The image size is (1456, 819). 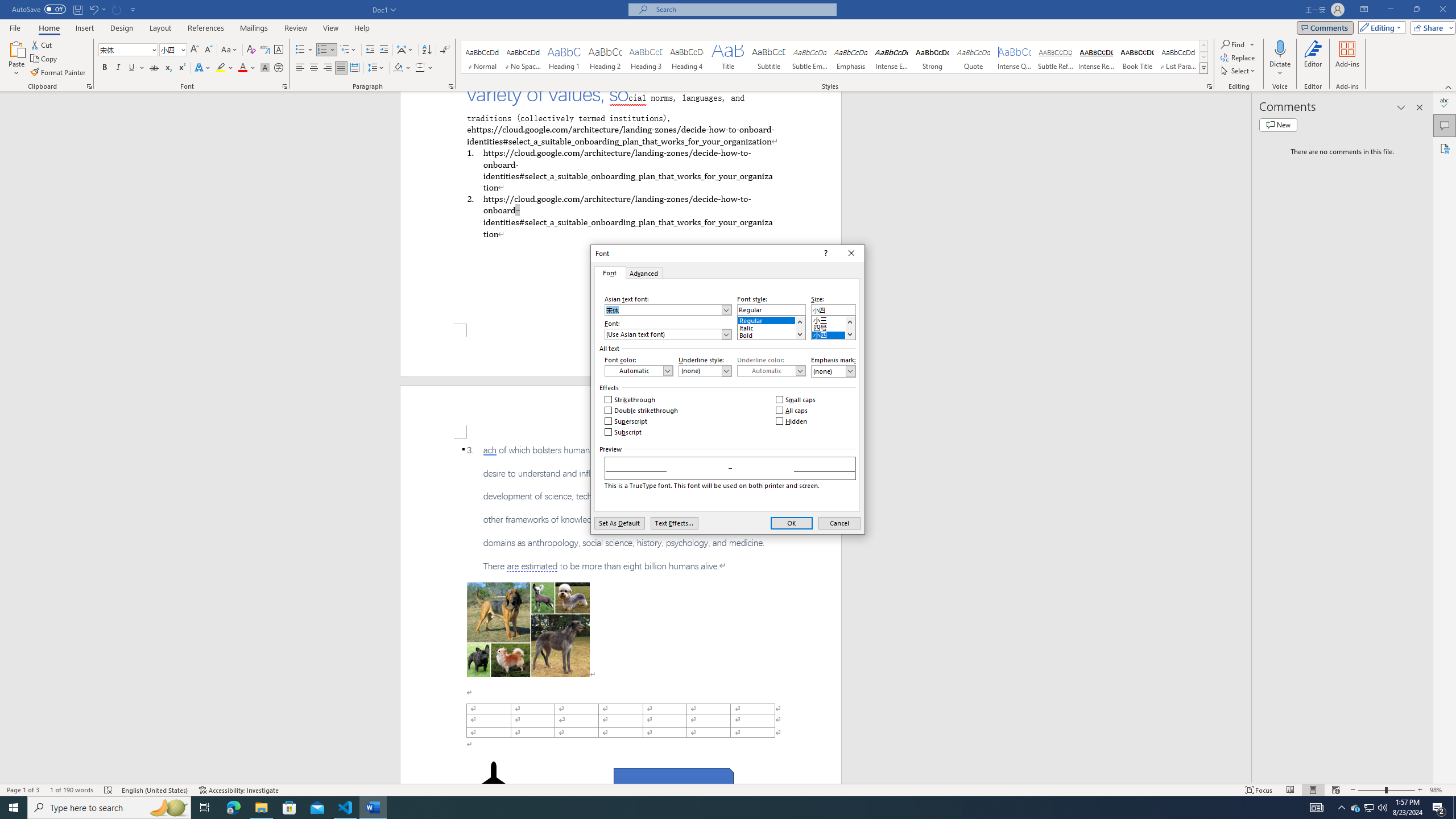 I want to click on 'Change Case', so click(x=229, y=49).